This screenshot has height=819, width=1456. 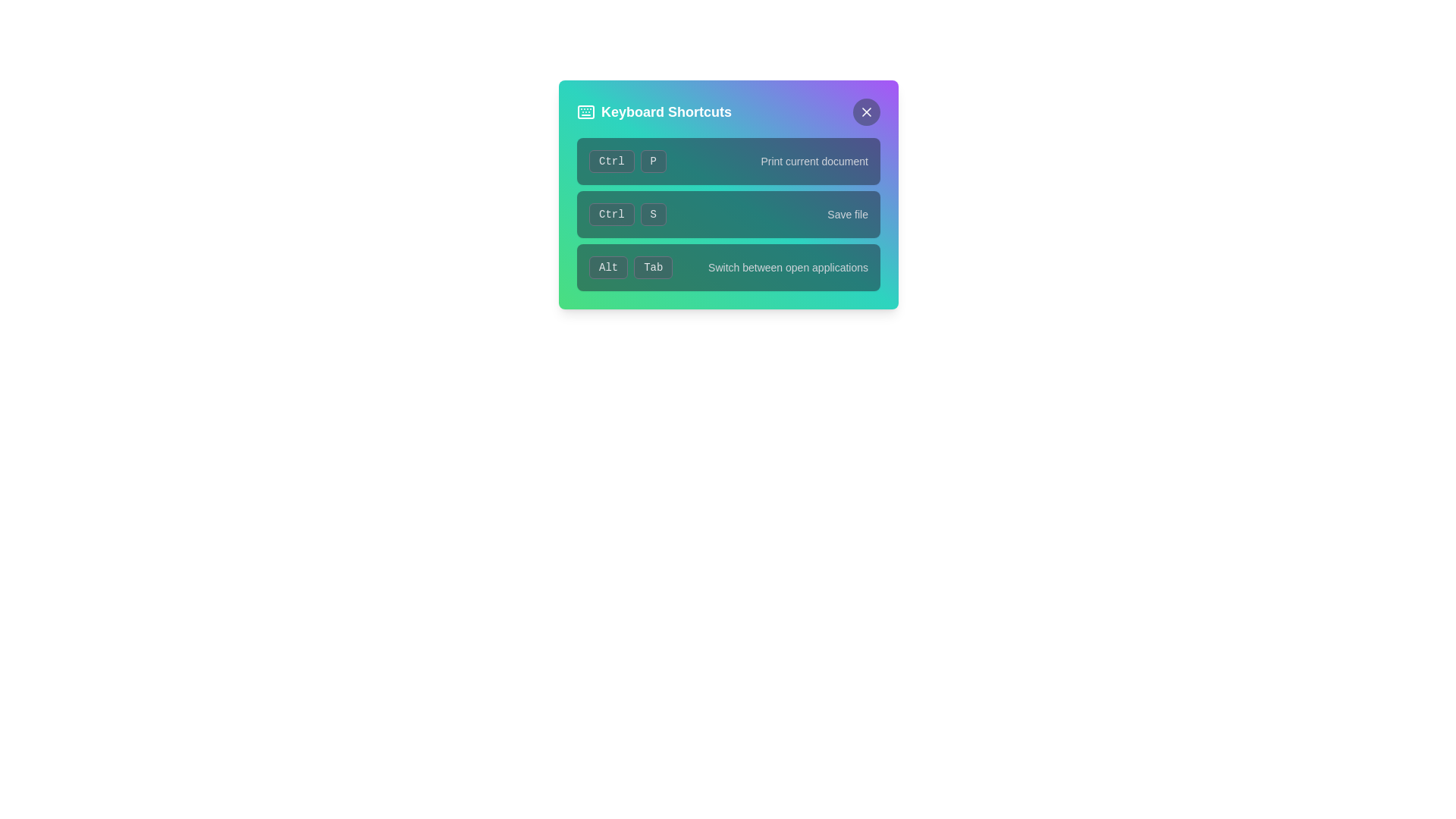 What do you see at coordinates (654, 111) in the screenshot?
I see `the title bar labeled 'Keyboard Shortcuts' that features a keyboard icon on its left side` at bounding box center [654, 111].